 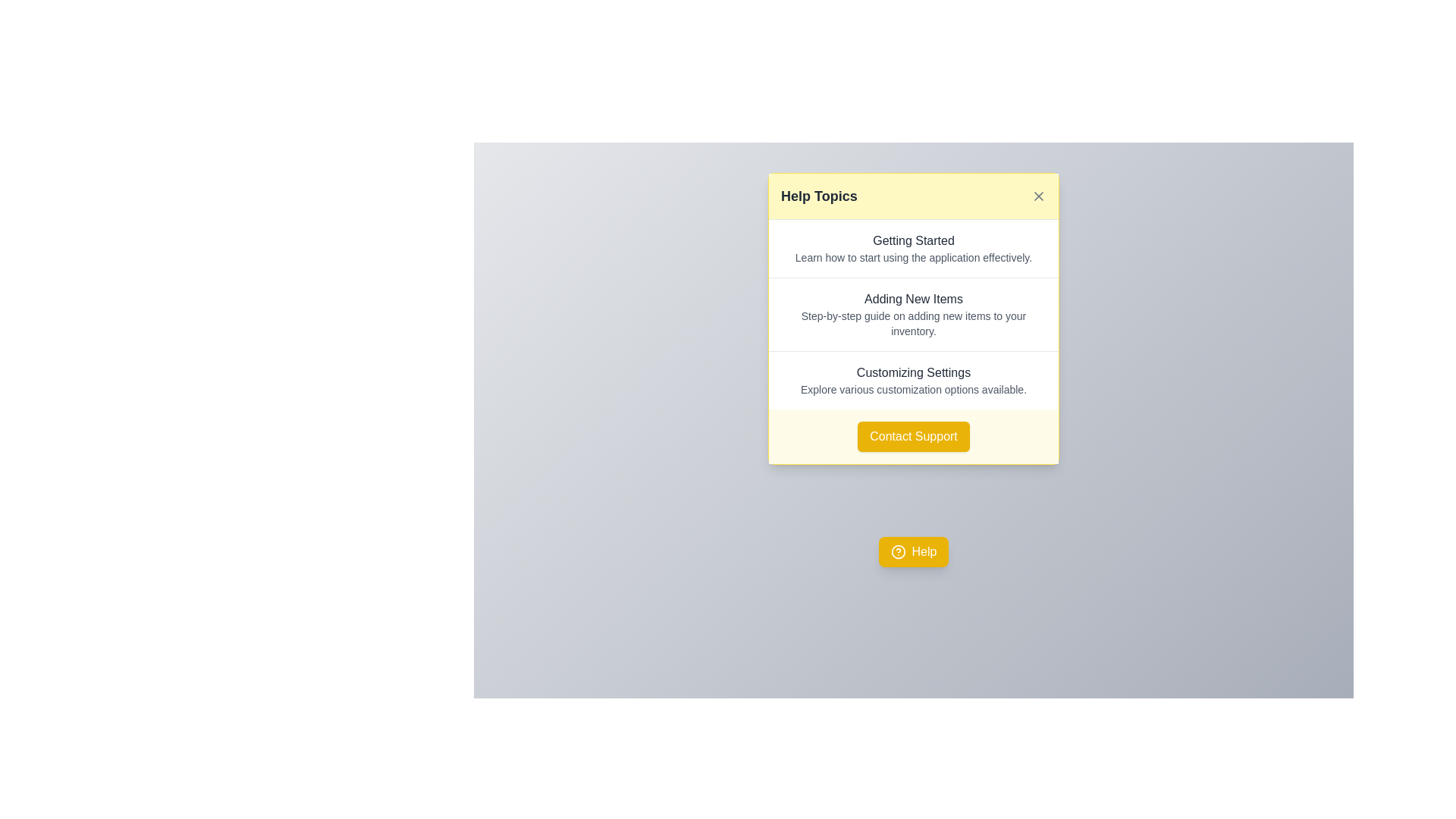 What do you see at coordinates (912, 312) in the screenshot?
I see `the informational text block that provides guidance for adding new items to inventory, located within the 'Help Topics' box, positioned below 'Getting Started' and above 'Customizing Settings'` at bounding box center [912, 312].